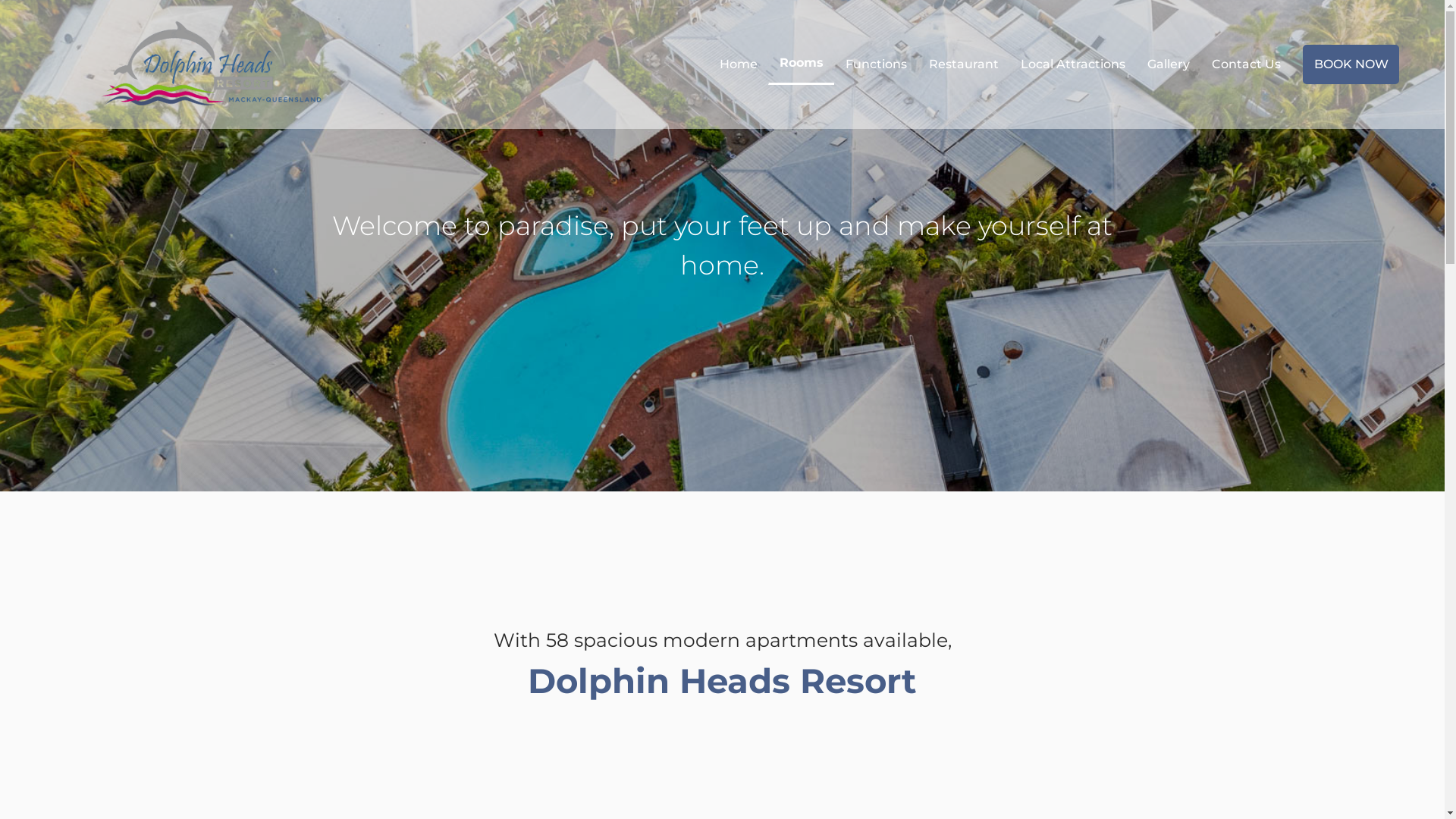 This screenshot has width=1456, height=819. What do you see at coordinates (768, 62) in the screenshot?
I see `'Rooms'` at bounding box center [768, 62].